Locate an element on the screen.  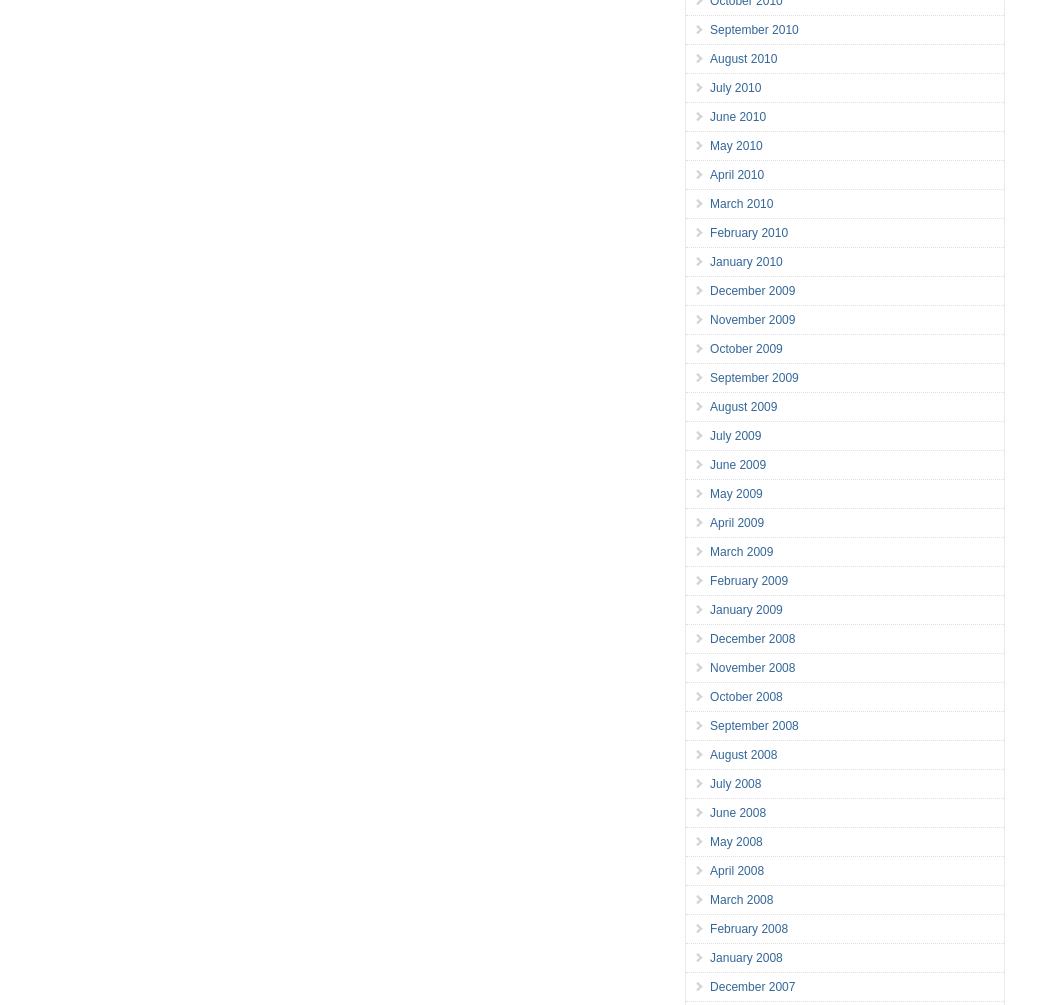
'February 2010' is located at coordinates (747, 231).